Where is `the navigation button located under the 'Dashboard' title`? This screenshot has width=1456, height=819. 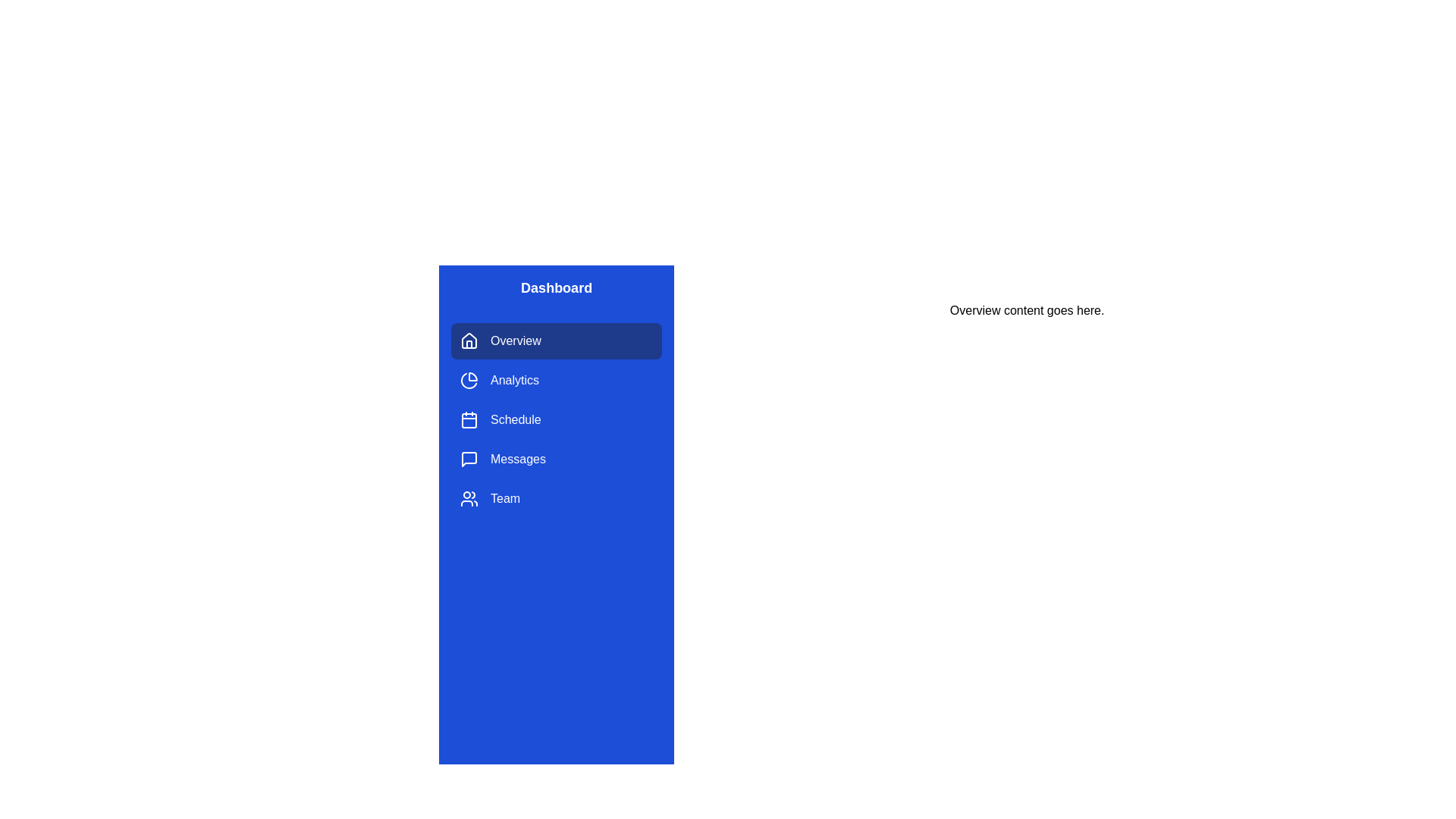
the navigation button located under the 'Dashboard' title is located at coordinates (556, 341).